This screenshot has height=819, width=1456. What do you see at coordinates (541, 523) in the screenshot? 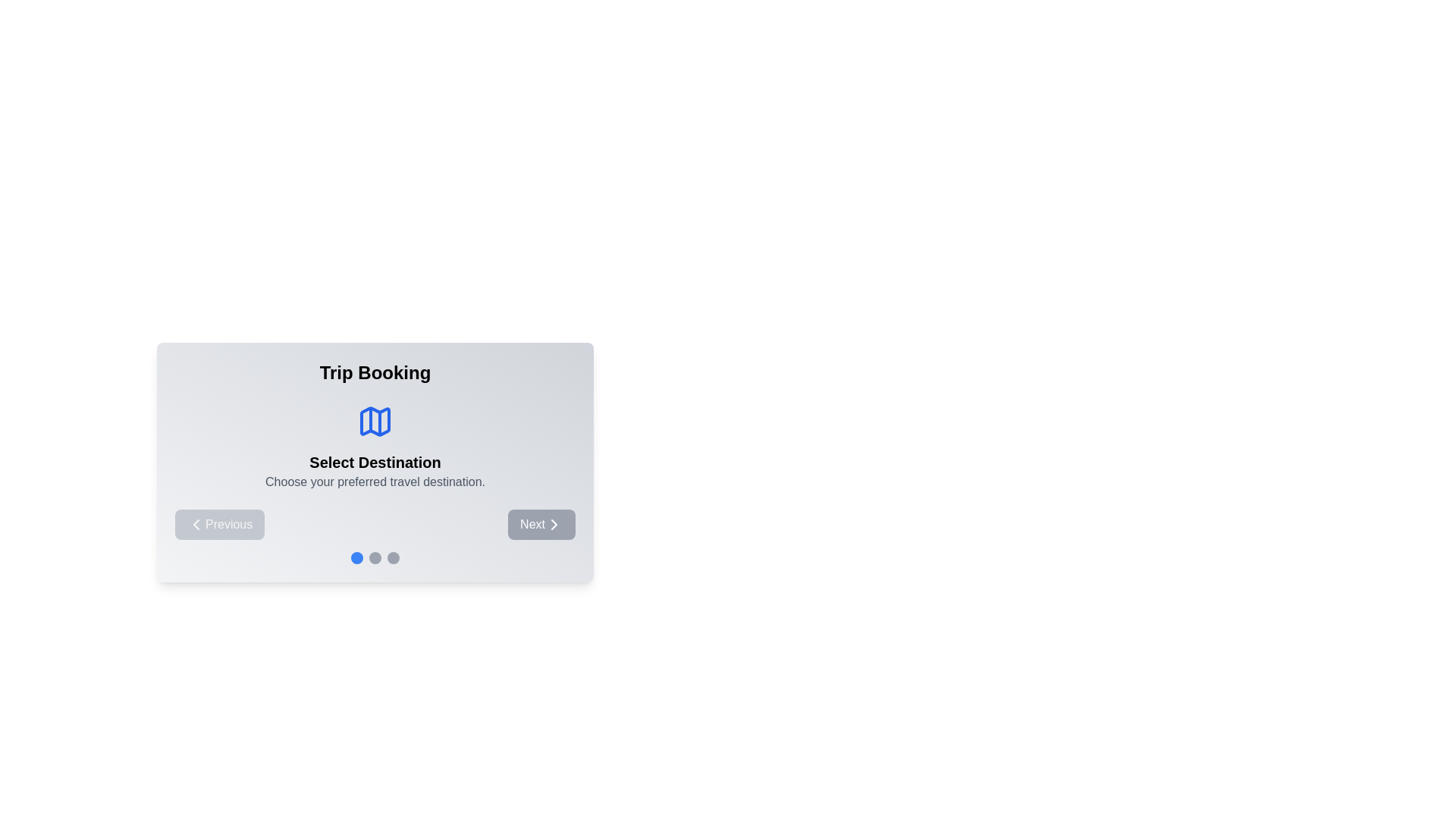
I see `the 'Next' button in the navigation bar at the bottom of the dialog box` at bounding box center [541, 523].